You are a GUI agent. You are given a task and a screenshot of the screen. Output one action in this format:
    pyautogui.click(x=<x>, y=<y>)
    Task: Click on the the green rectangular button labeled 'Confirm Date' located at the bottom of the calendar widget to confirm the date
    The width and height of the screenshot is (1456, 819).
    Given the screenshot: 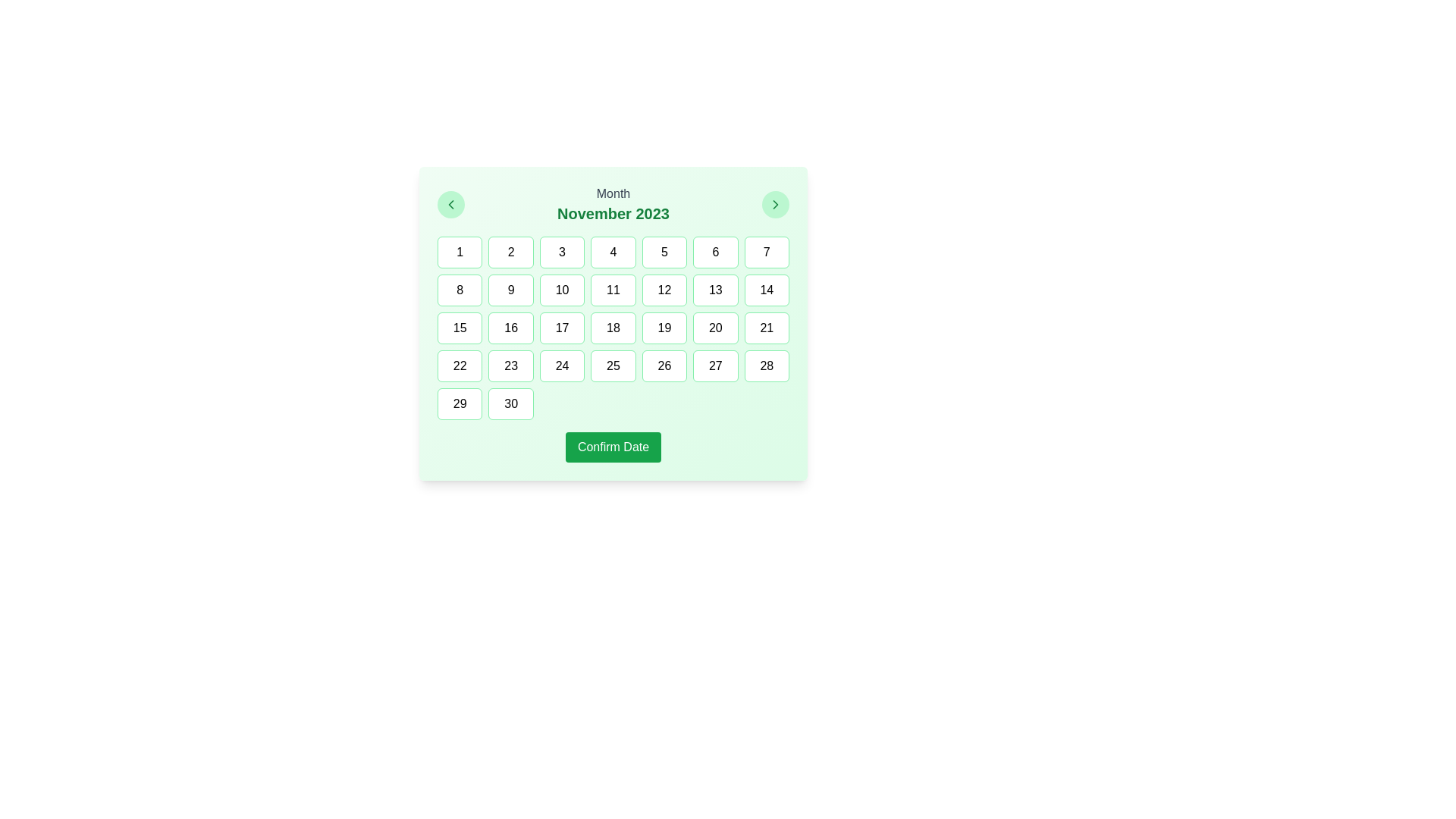 What is the action you would take?
    pyautogui.click(x=613, y=447)
    